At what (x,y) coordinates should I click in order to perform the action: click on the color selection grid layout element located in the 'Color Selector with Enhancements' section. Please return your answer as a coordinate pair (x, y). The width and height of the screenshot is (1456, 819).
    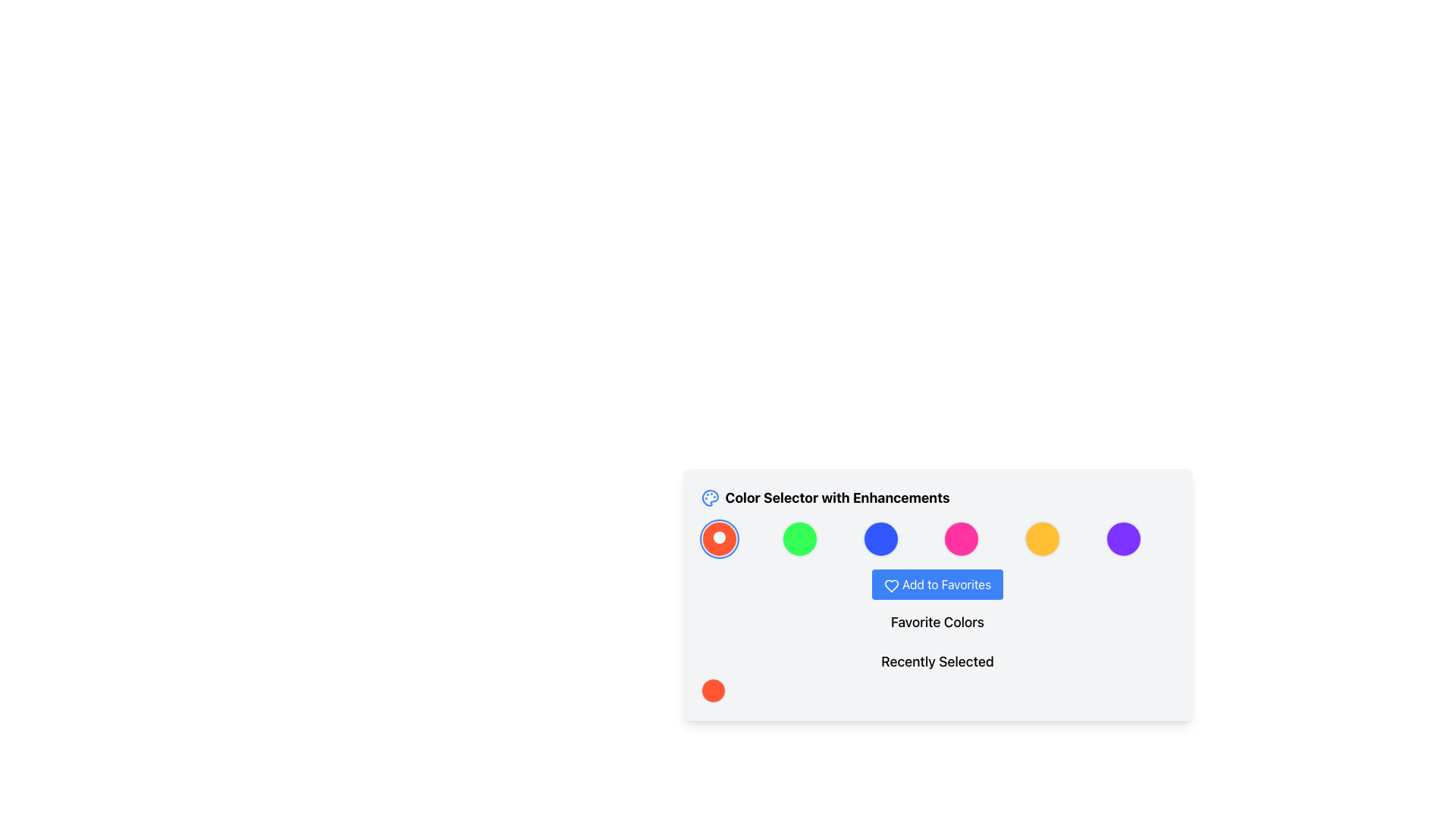
    Looking at the image, I should click on (937, 538).